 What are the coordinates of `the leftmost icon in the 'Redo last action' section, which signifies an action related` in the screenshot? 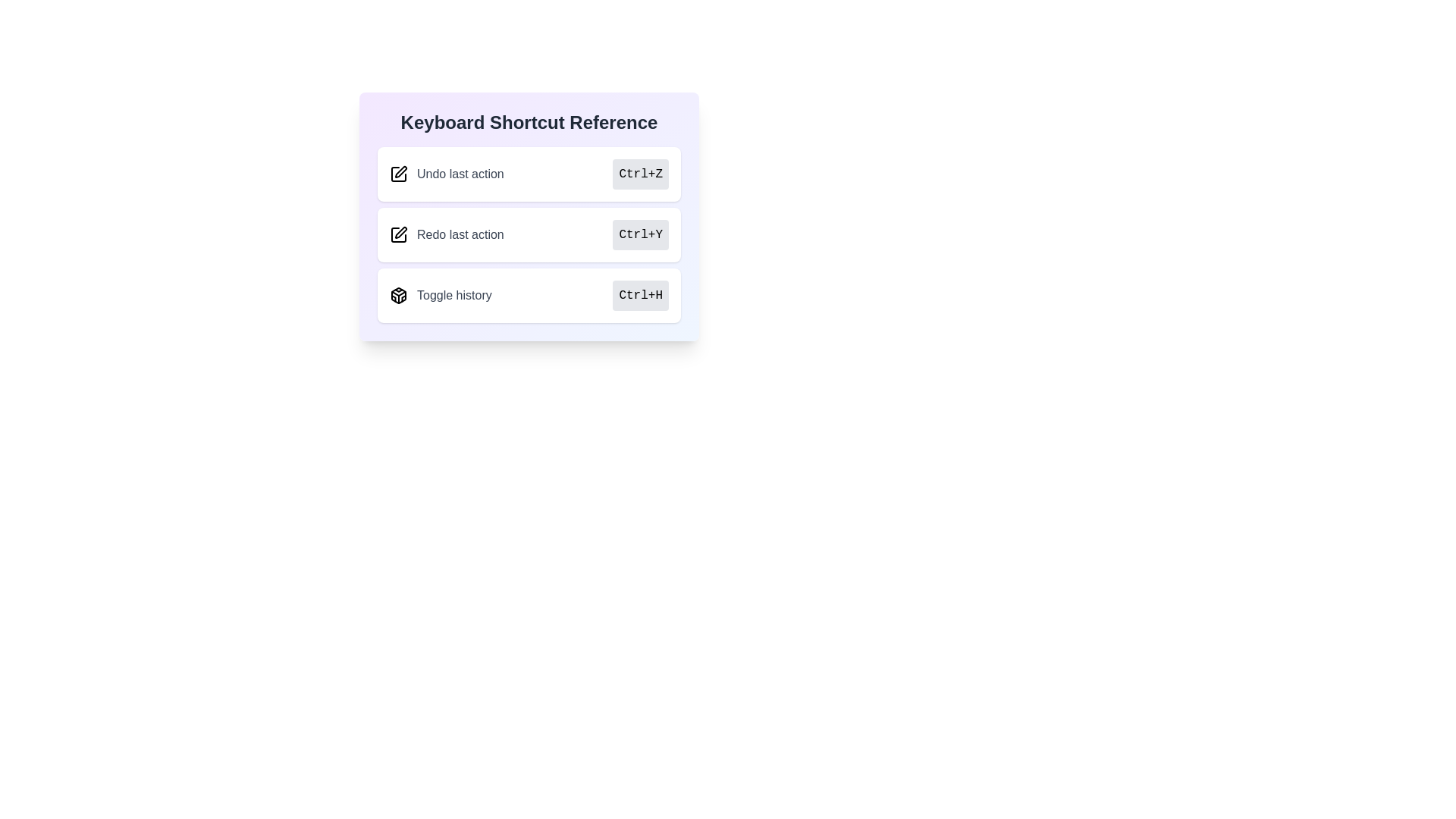 It's located at (399, 234).